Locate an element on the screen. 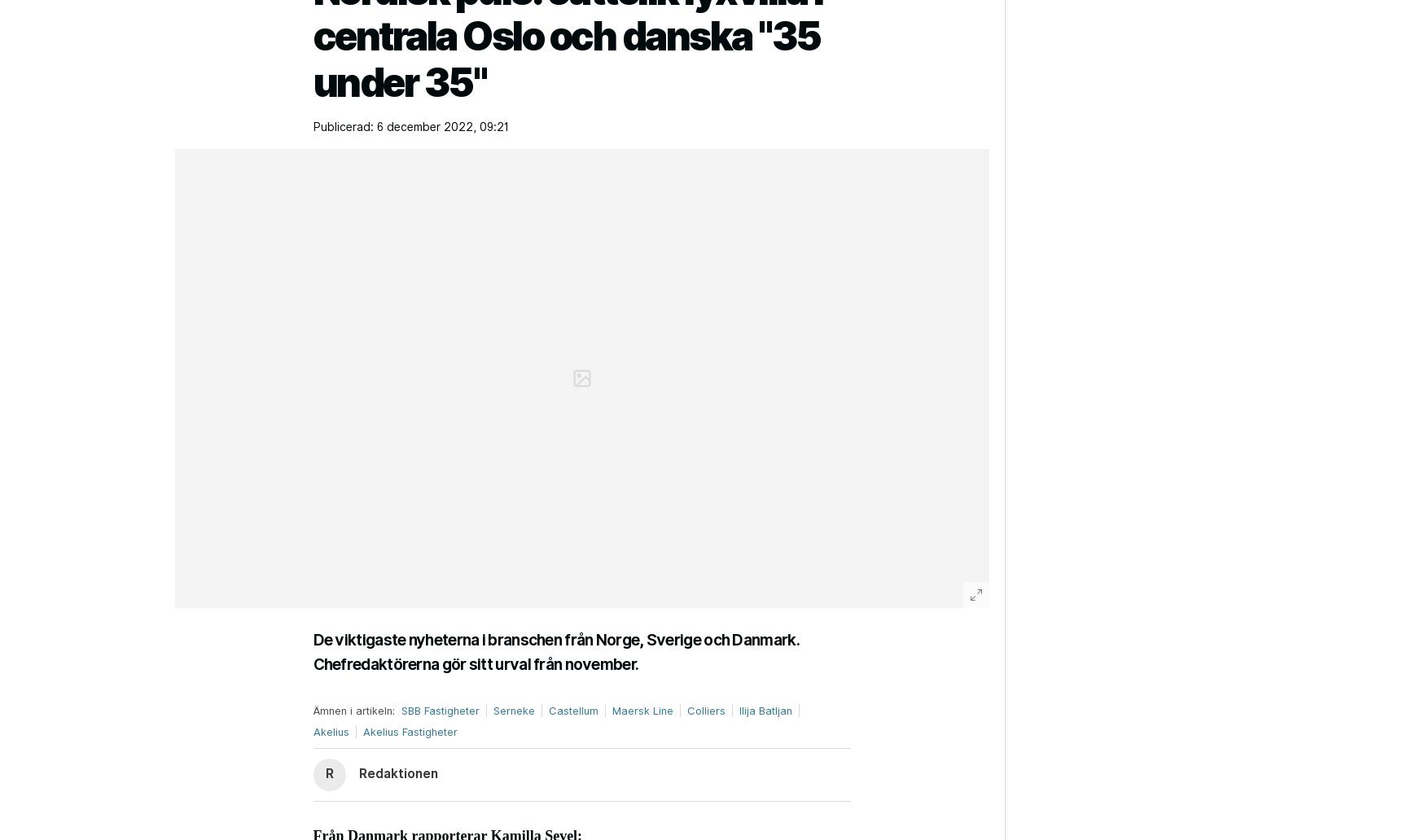 This screenshot has width=1425, height=840. 'Publicerad:' is located at coordinates (342, 125).